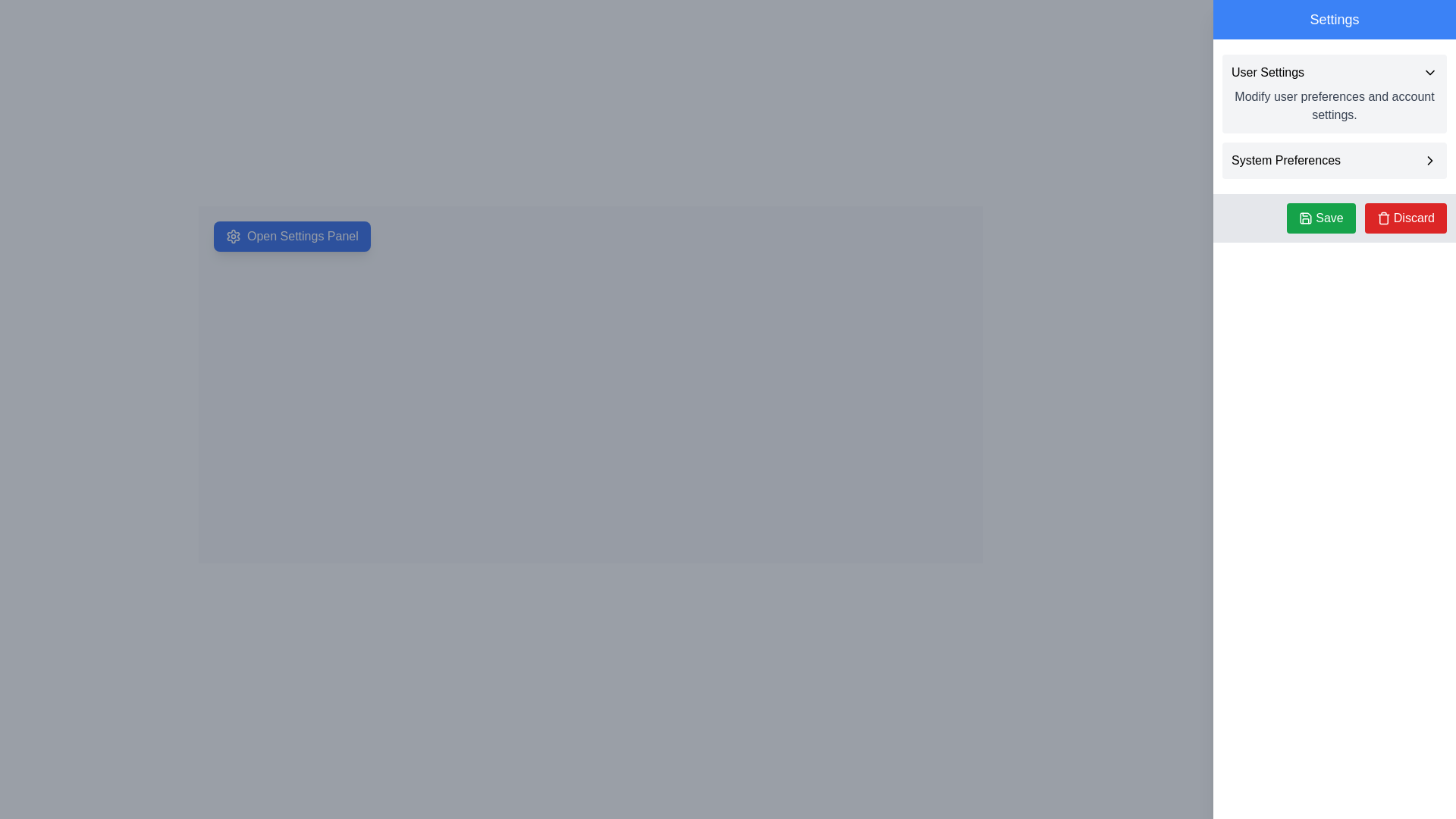 The width and height of the screenshot is (1456, 819). I want to click on the text label that indicates the save function, located to the right of the save icon on the top right section of the interface, next to the red 'Discard' button, so click(1329, 218).